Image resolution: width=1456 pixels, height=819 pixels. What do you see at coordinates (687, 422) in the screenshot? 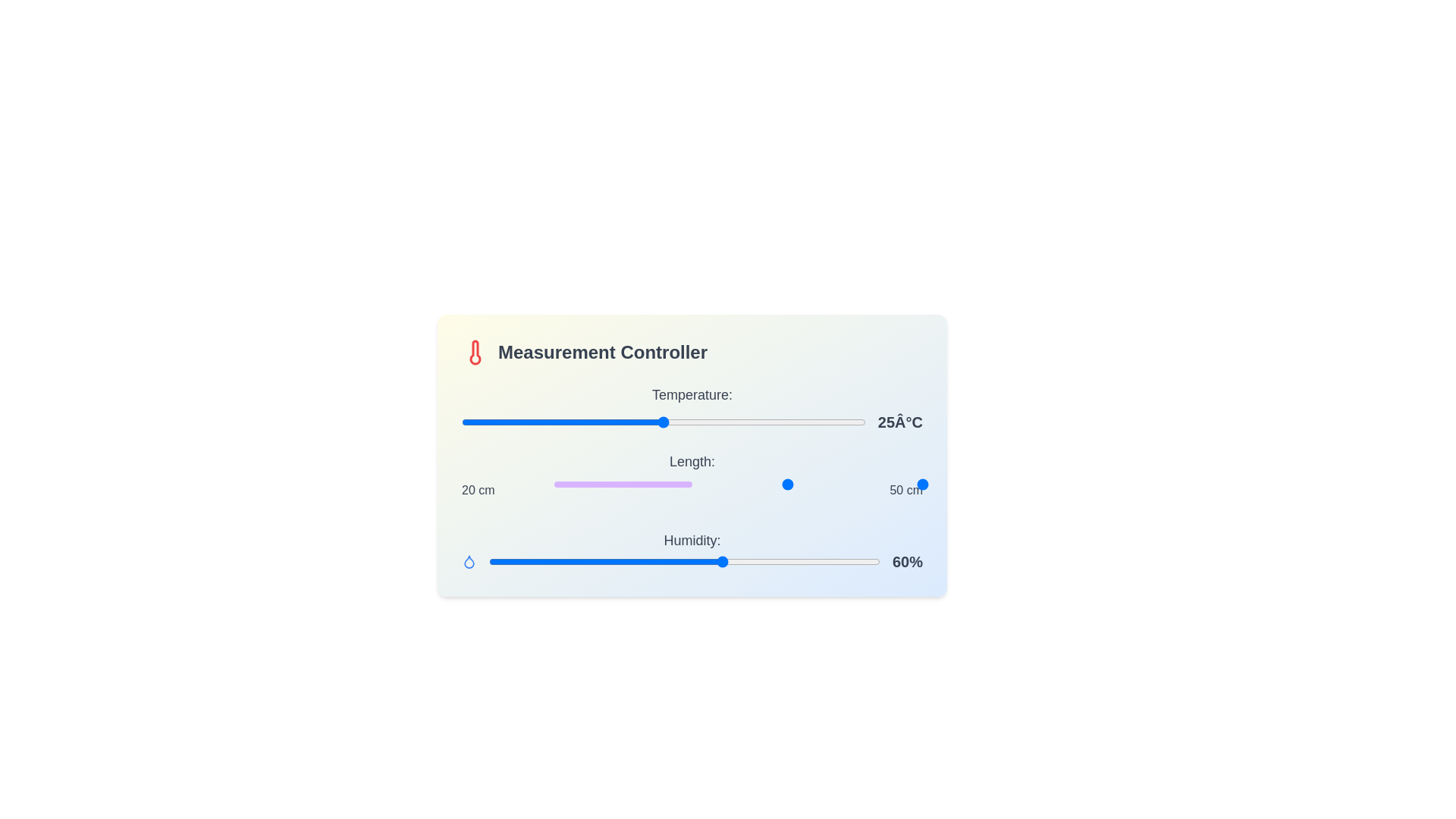
I see `the slider` at bounding box center [687, 422].